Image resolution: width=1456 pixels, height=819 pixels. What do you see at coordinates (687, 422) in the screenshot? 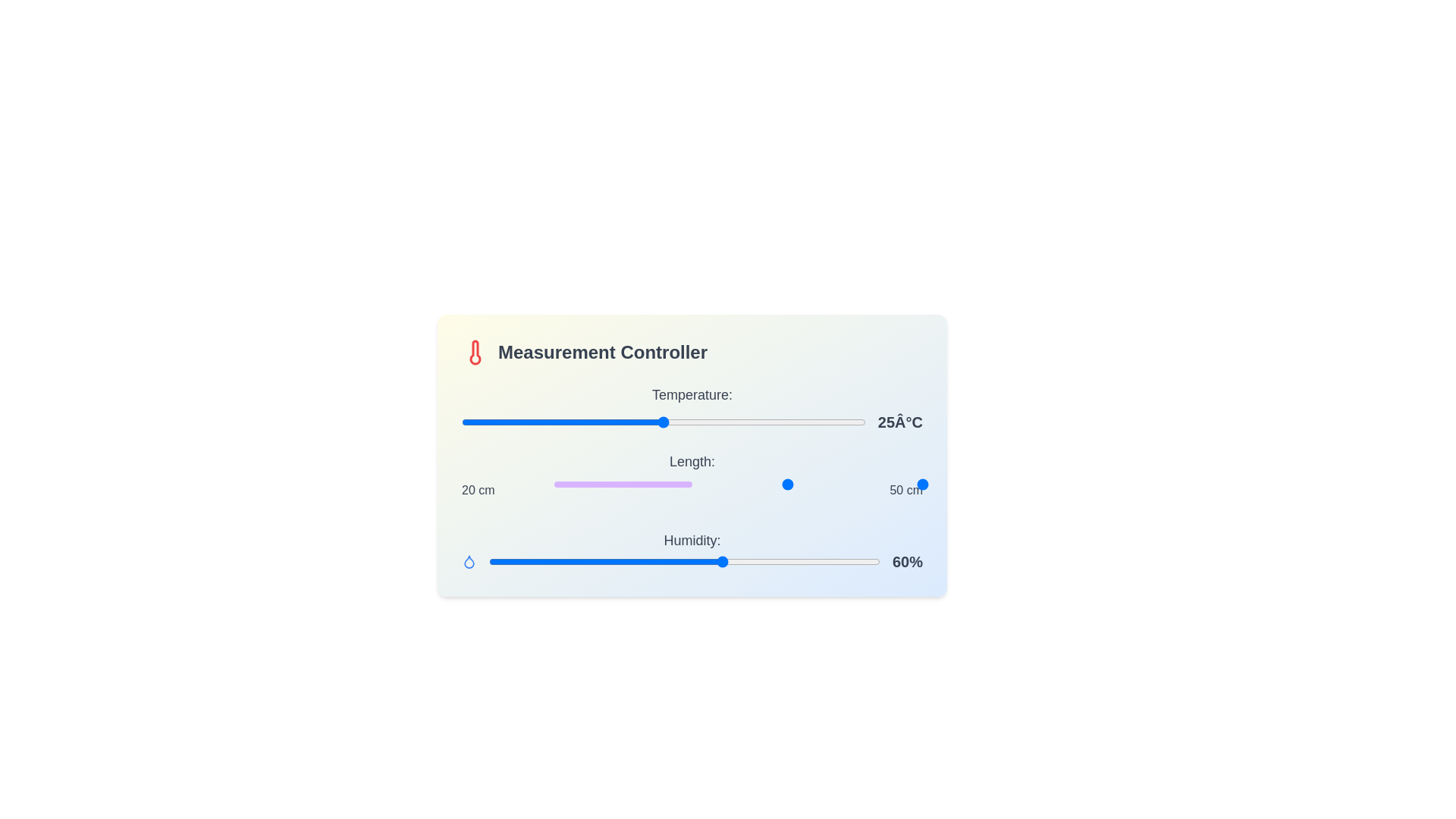
I see `the slider` at bounding box center [687, 422].